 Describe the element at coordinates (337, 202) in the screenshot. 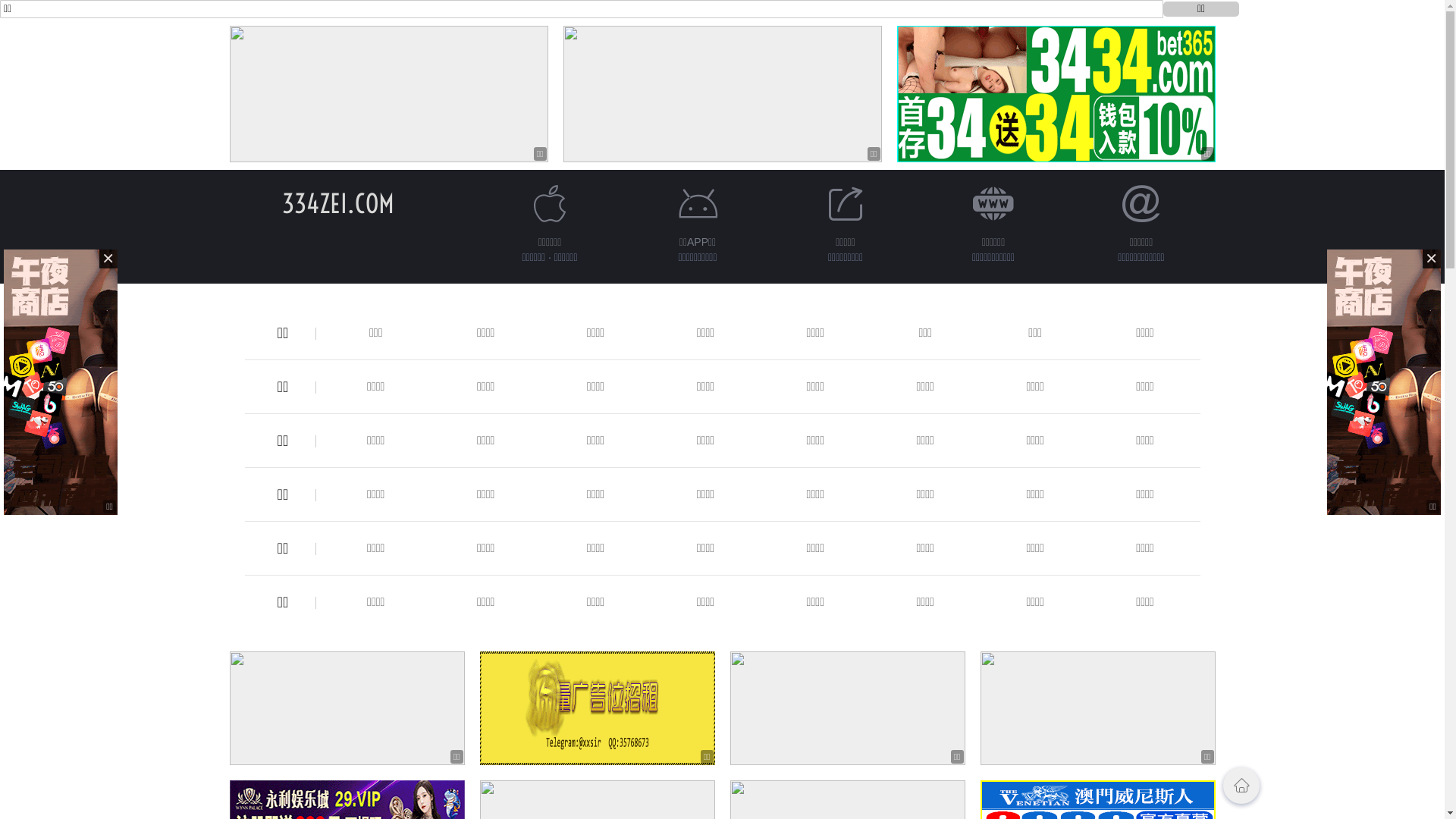

I see `'334ZEI.COM'` at that location.